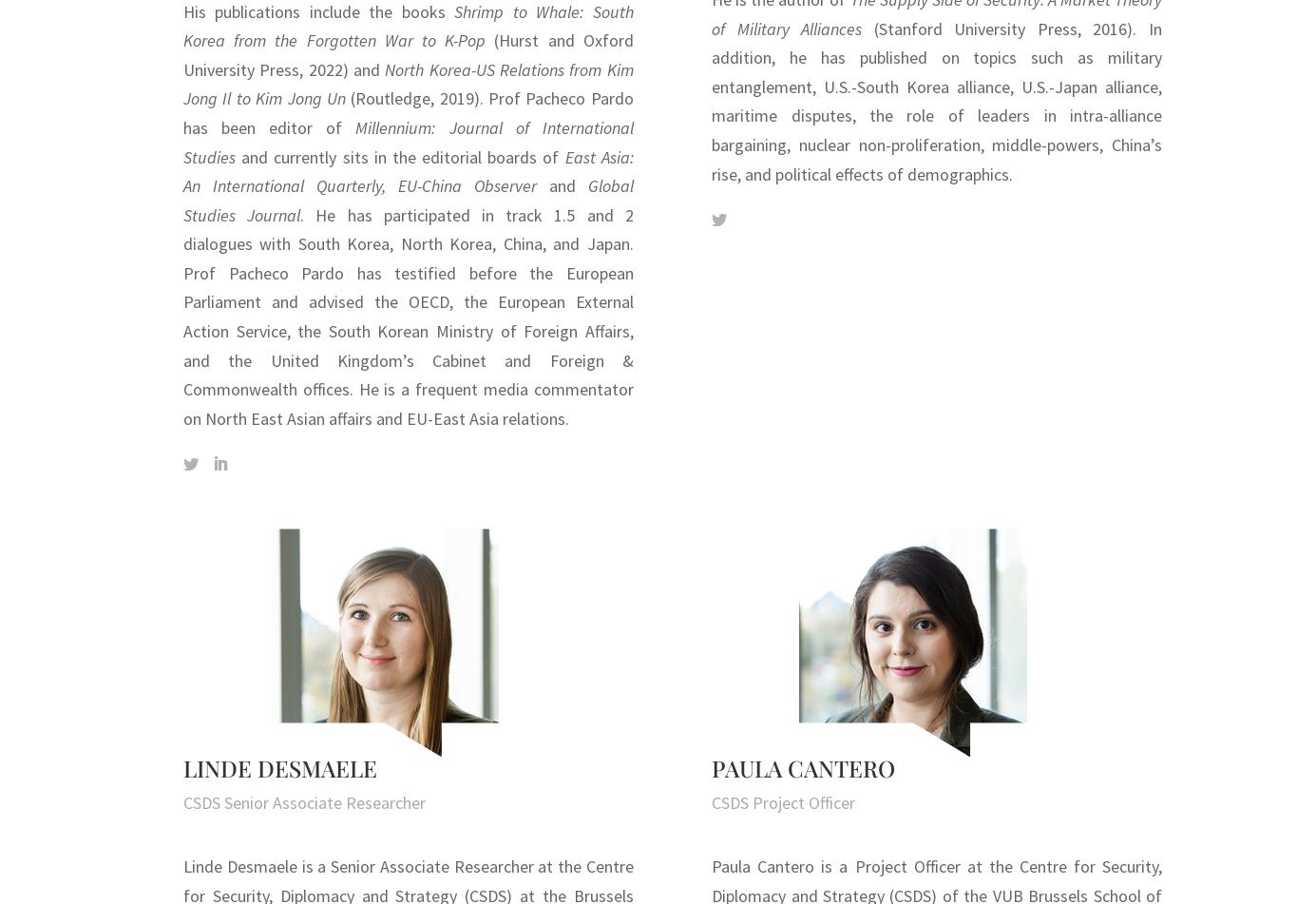  What do you see at coordinates (407, 171) in the screenshot?
I see `'East Asia: An International Quarterly, EU-China Observer'` at bounding box center [407, 171].